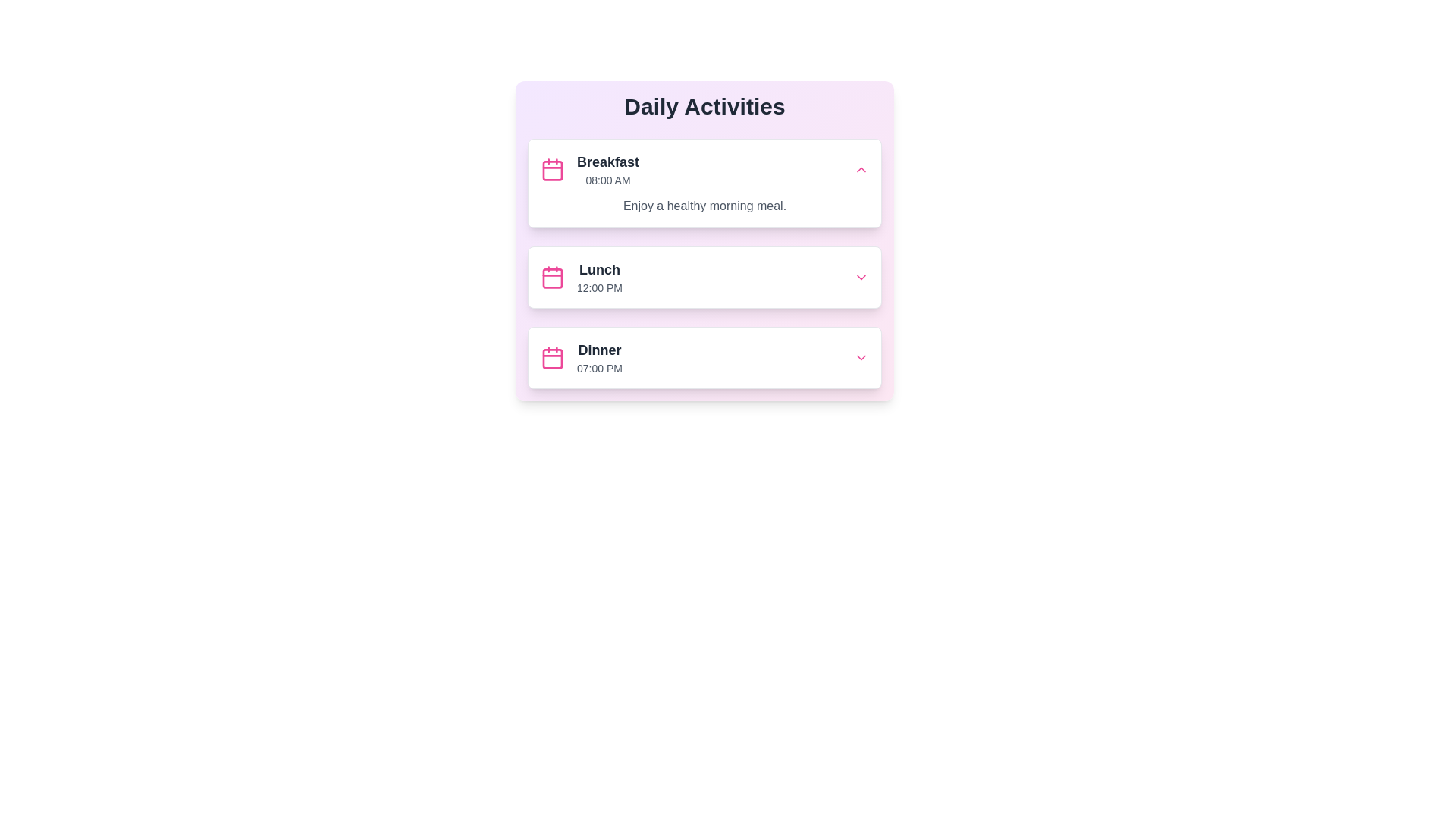  I want to click on the scheduled activity labeled 'Lunch' at 12:00 PM, so click(704, 278).